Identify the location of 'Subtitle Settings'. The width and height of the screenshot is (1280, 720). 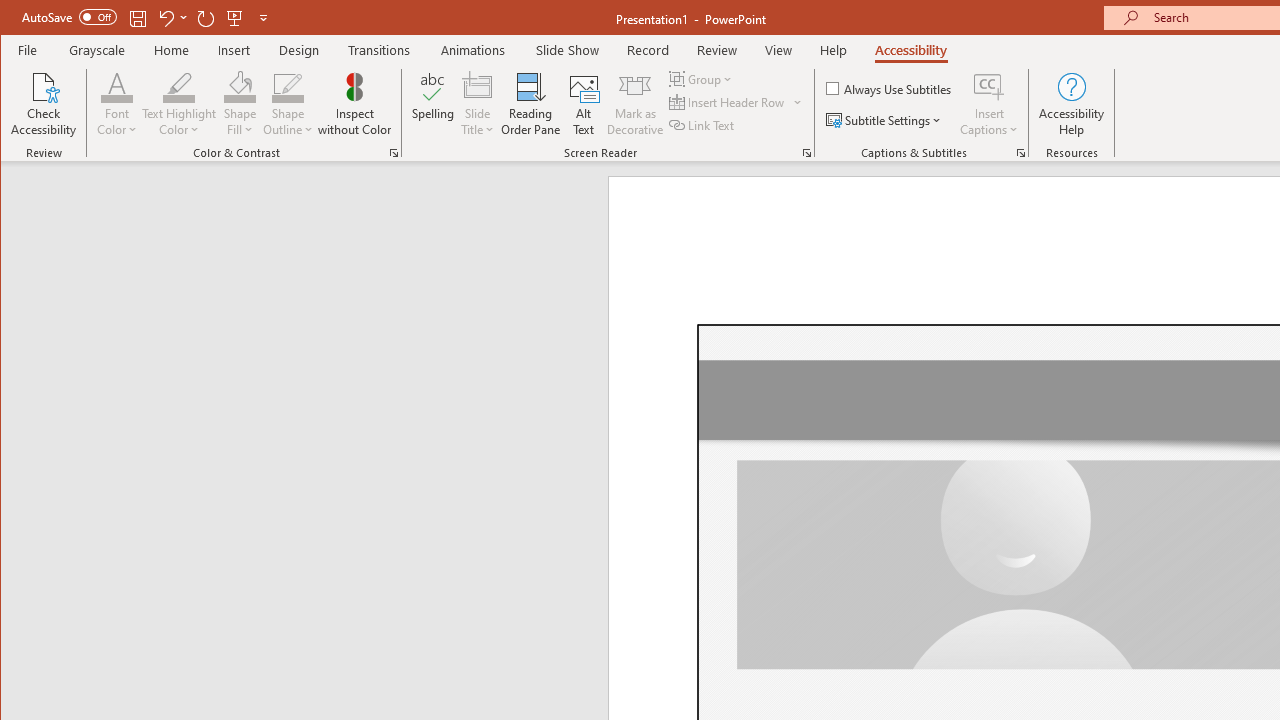
(884, 120).